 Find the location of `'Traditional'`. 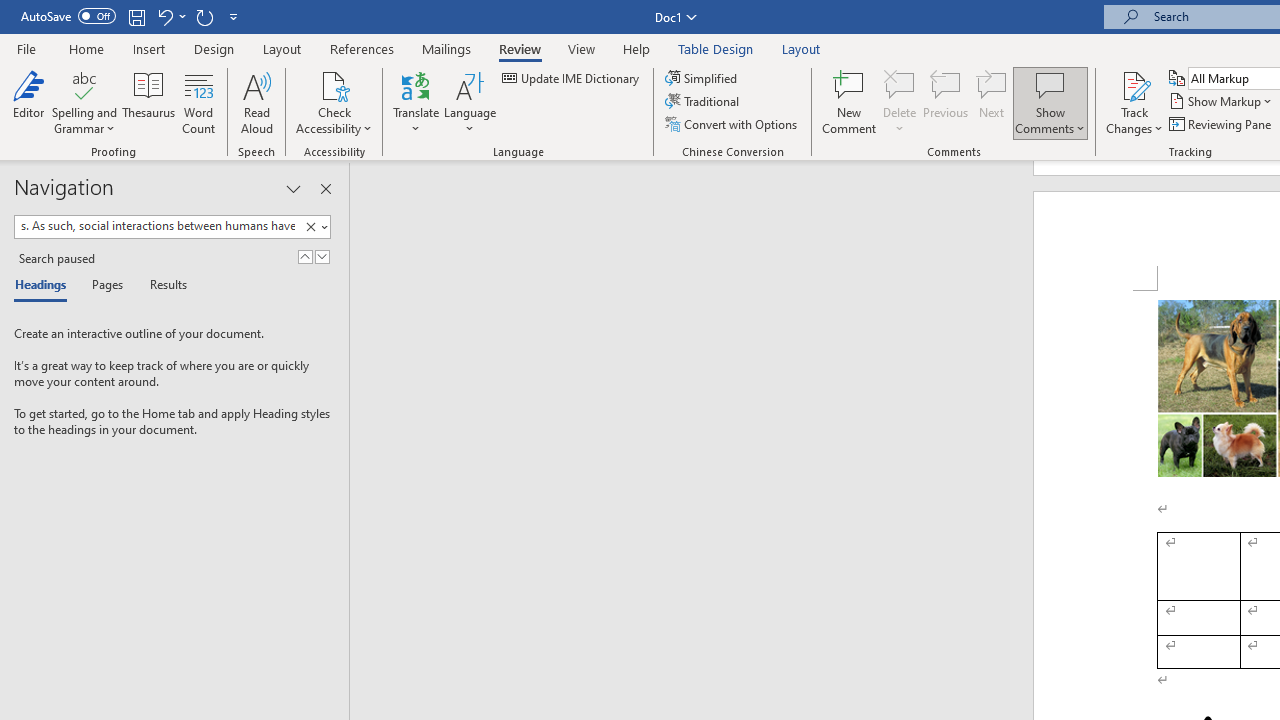

'Traditional' is located at coordinates (704, 101).